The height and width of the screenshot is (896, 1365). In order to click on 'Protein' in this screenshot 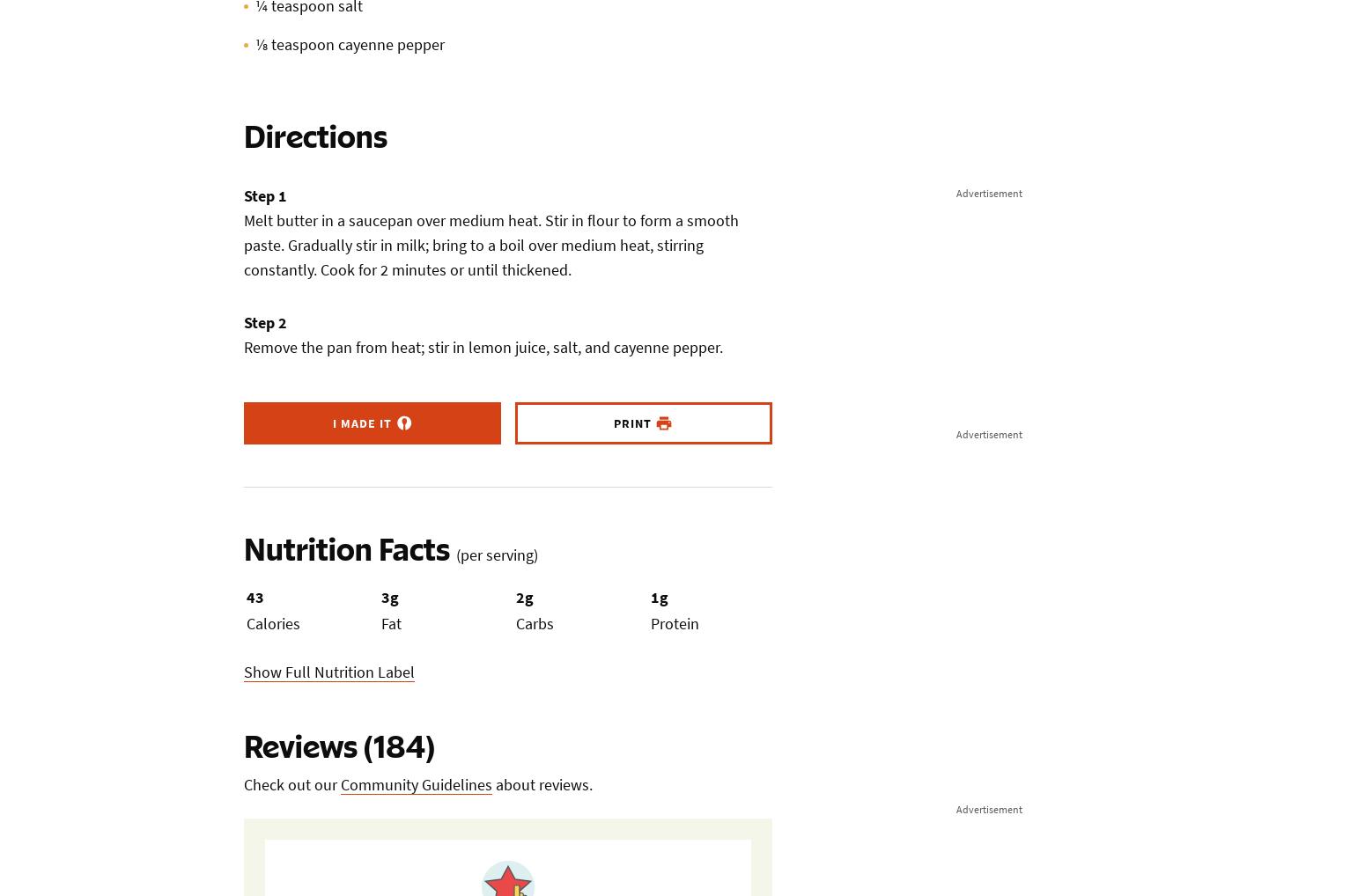, I will do `click(675, 623)`.